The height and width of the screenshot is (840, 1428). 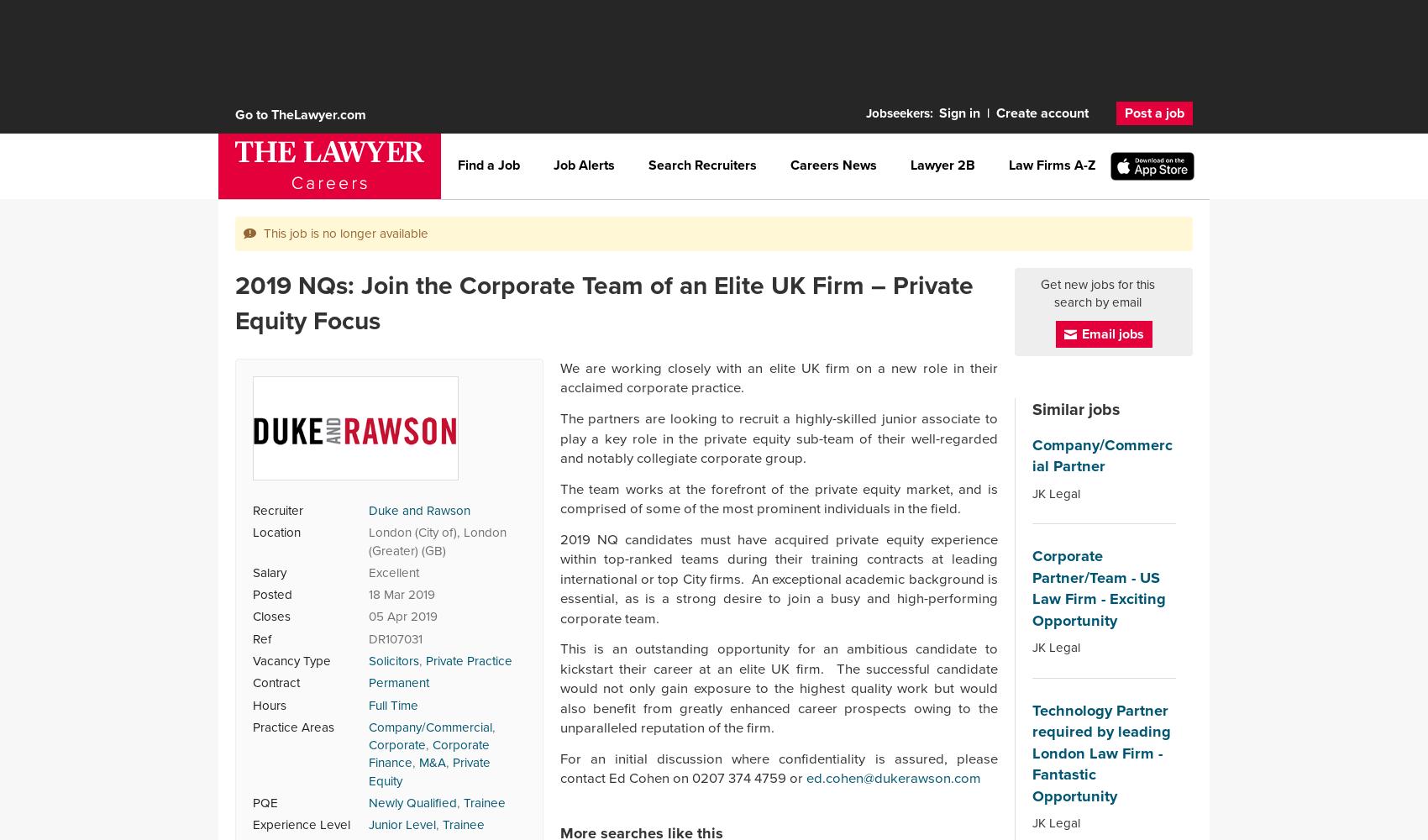 What do you see at coordinates (1154, 113) in the screenshot?
I see `'Post a job'` at bounding box center [1154, 113].